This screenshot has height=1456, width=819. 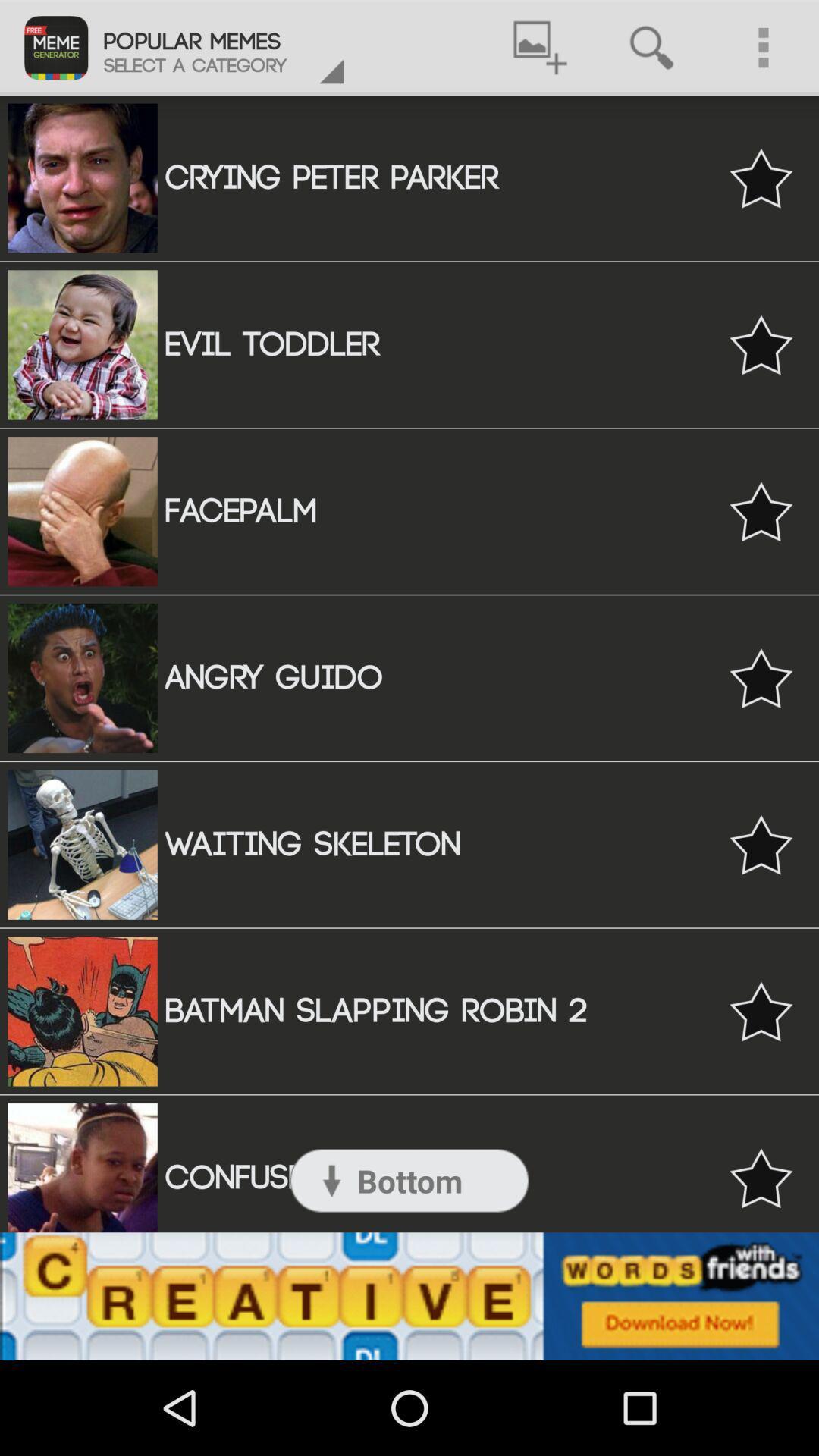 I want to click on the selection, so click(x=761, y=677).